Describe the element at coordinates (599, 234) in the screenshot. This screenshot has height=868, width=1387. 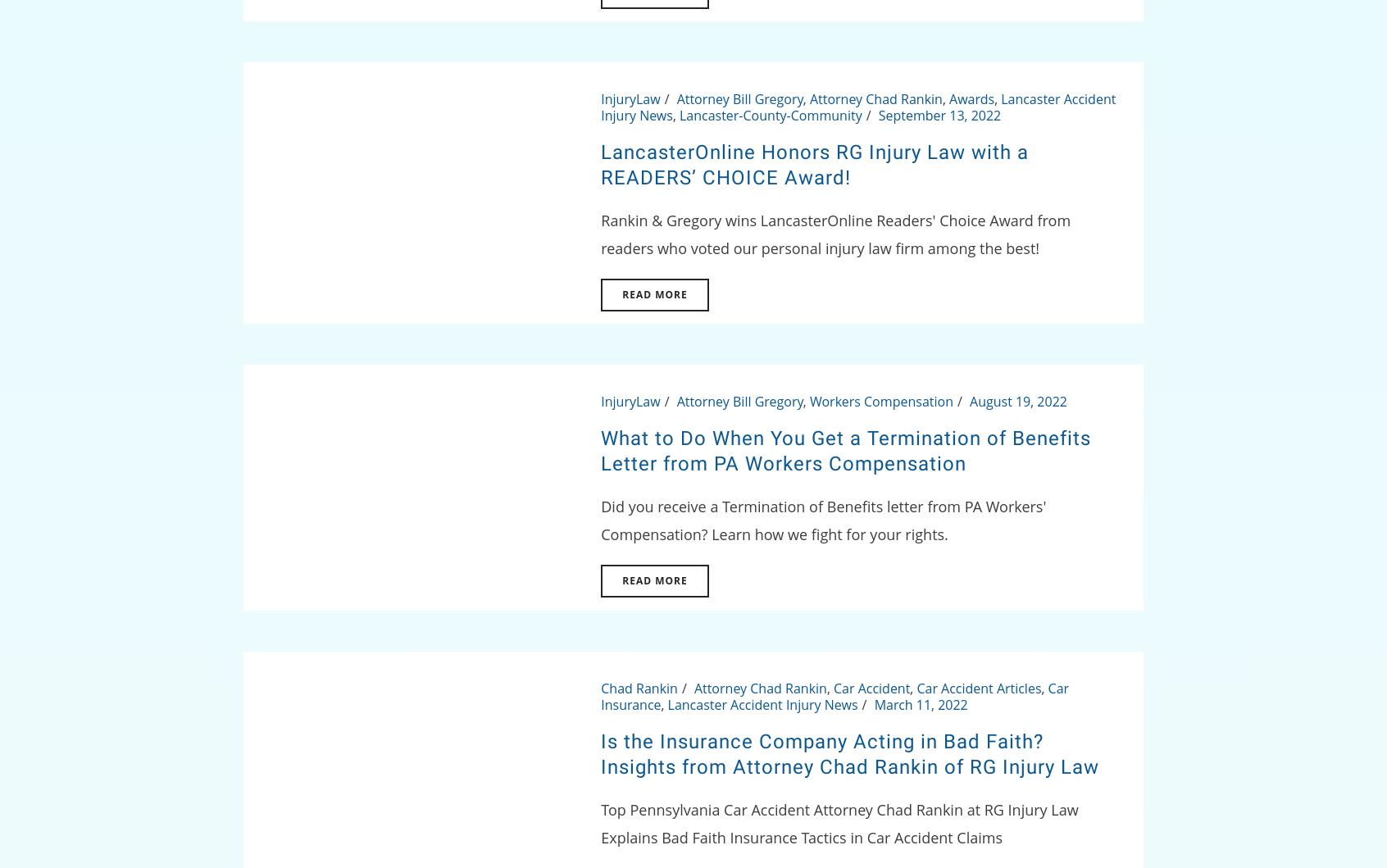
I see `'Rankin & Gregory wins LancasterOnline Readers' Choice Award from readers who voted our personal injury law firm among the best!'` at that location.